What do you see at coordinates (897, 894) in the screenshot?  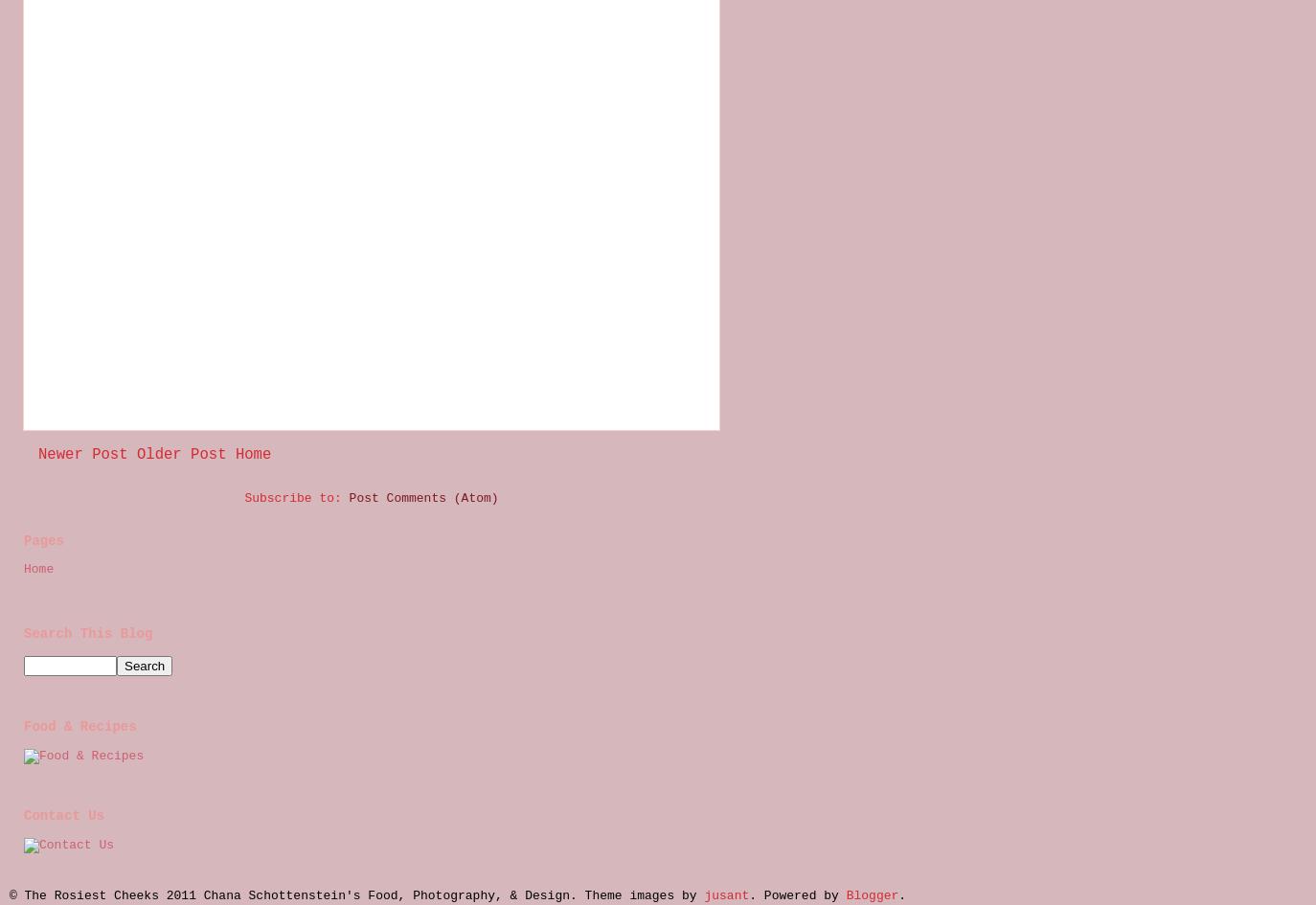 I see `'.'` at bounding box center [897, 894].